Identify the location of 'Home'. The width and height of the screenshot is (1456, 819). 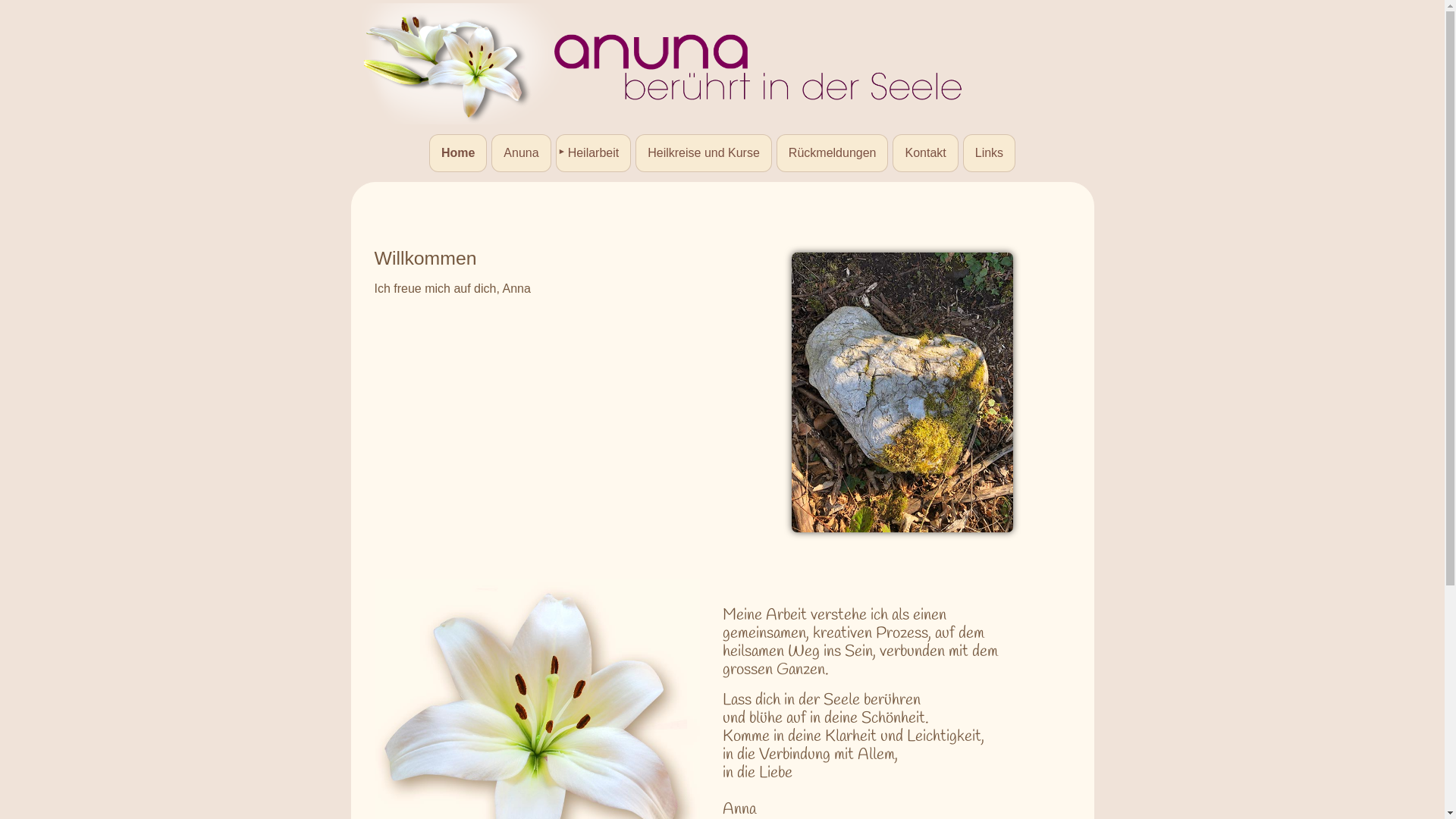
(457, 152).